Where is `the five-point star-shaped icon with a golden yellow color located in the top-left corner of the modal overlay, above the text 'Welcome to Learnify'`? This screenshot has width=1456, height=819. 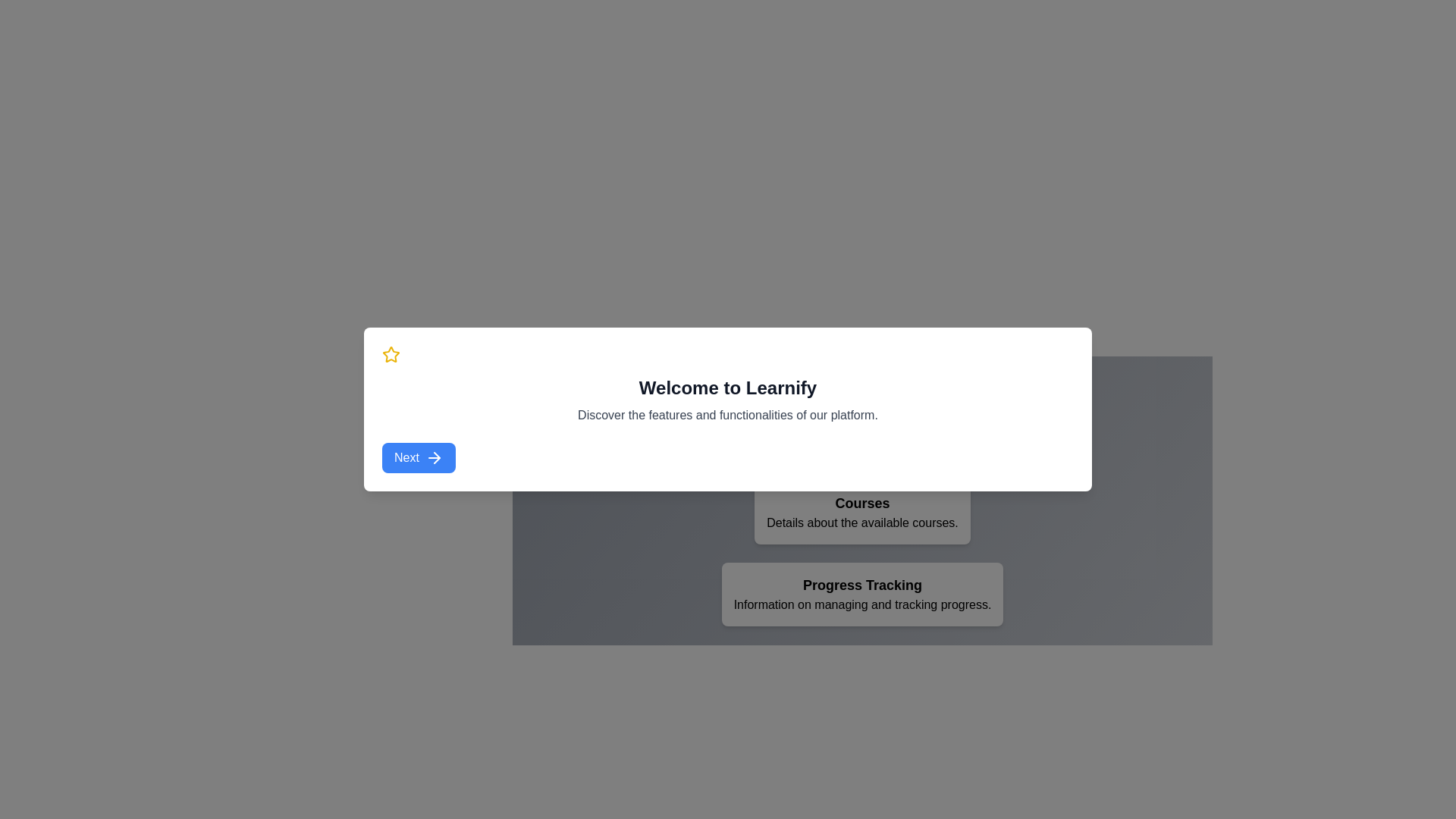 the five-point star-shaped icon with a golden yellow color located in the top-left corner of the modal overlay, above the text 'Welcome to Learnify' is located at coordinates (391, 353).